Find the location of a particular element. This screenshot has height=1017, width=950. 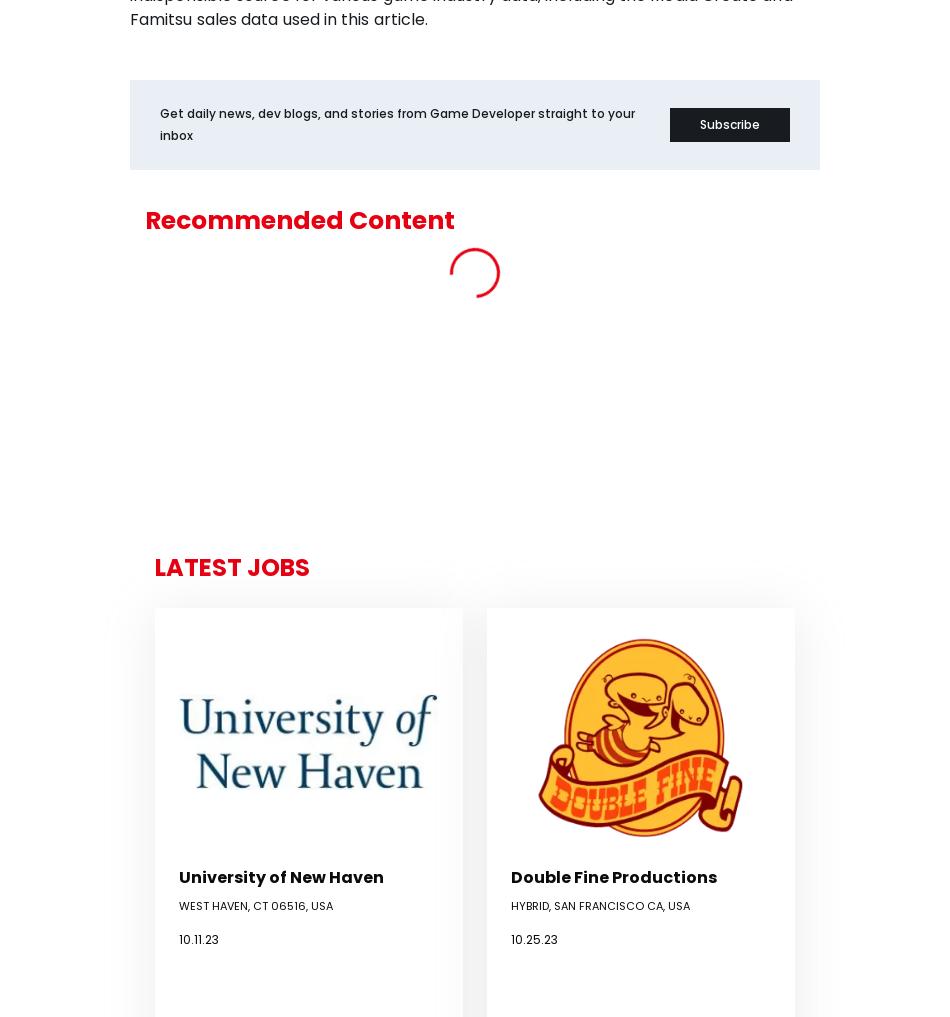

'Hybrid, San Francisco CA, USA' is located at coordinates (600, 904).